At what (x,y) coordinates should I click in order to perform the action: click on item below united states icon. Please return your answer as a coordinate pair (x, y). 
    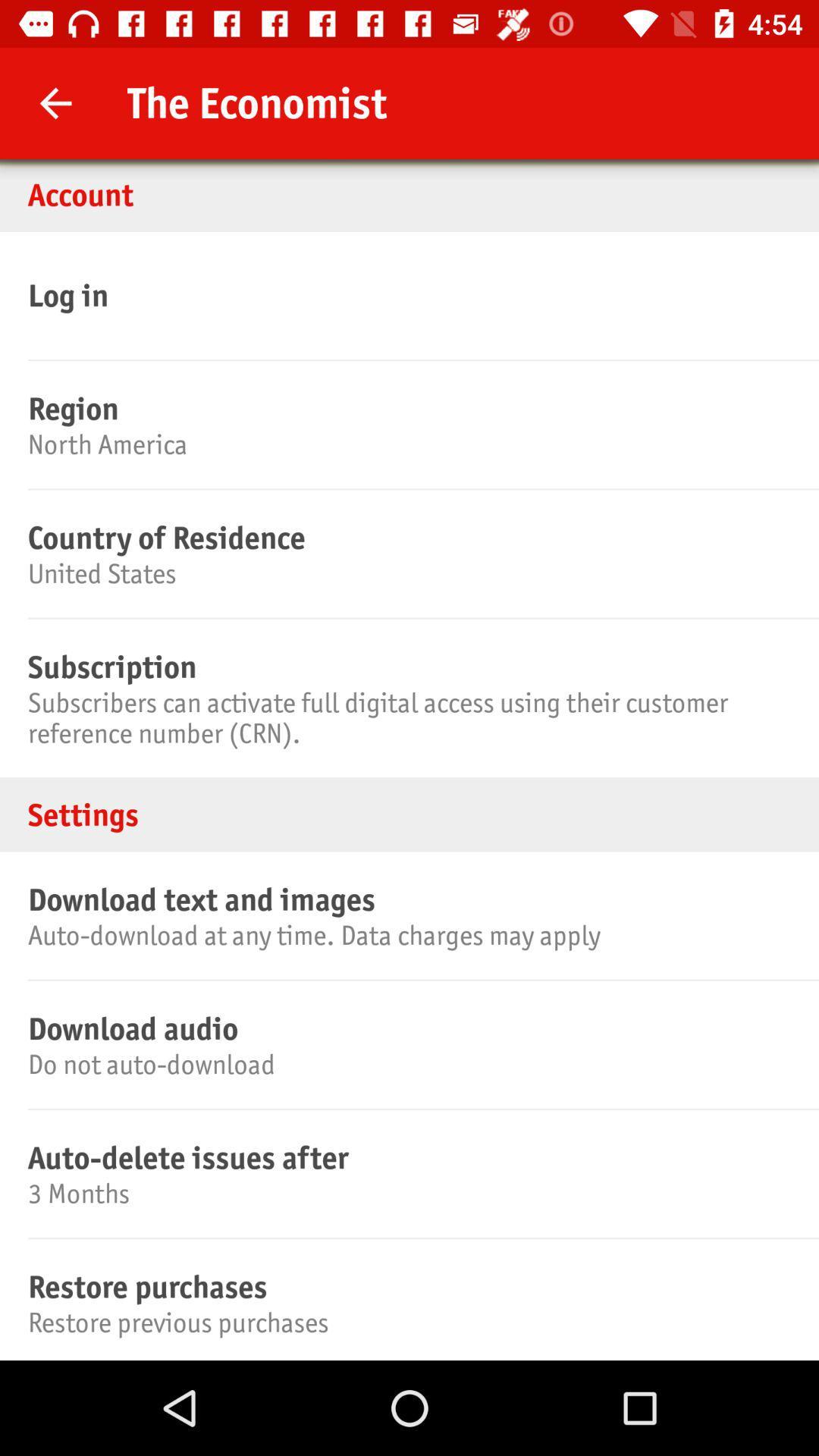
    Looking at the image, I should click on (406, 667).